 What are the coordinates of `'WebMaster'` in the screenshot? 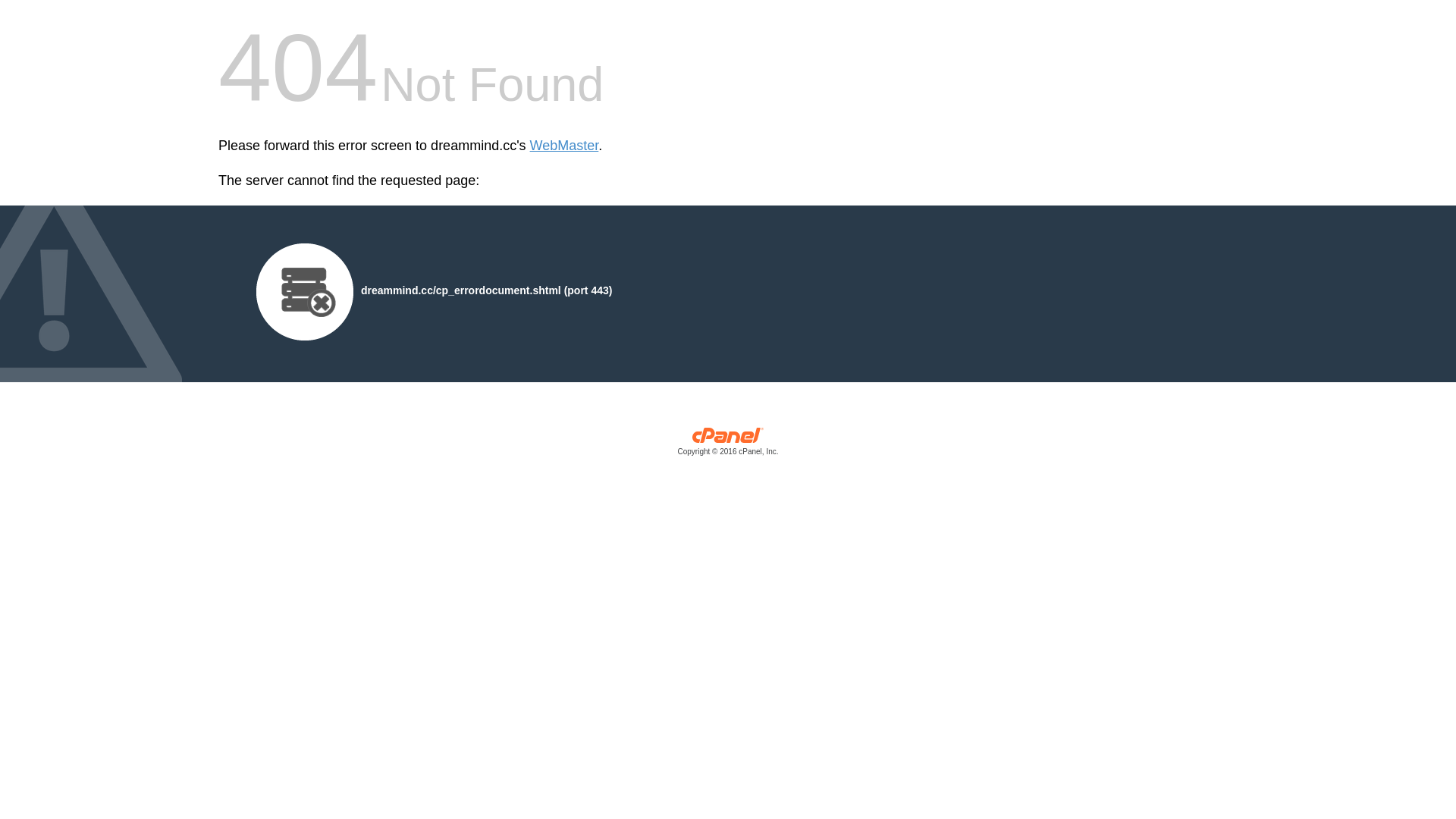 It's located at (563, 146).